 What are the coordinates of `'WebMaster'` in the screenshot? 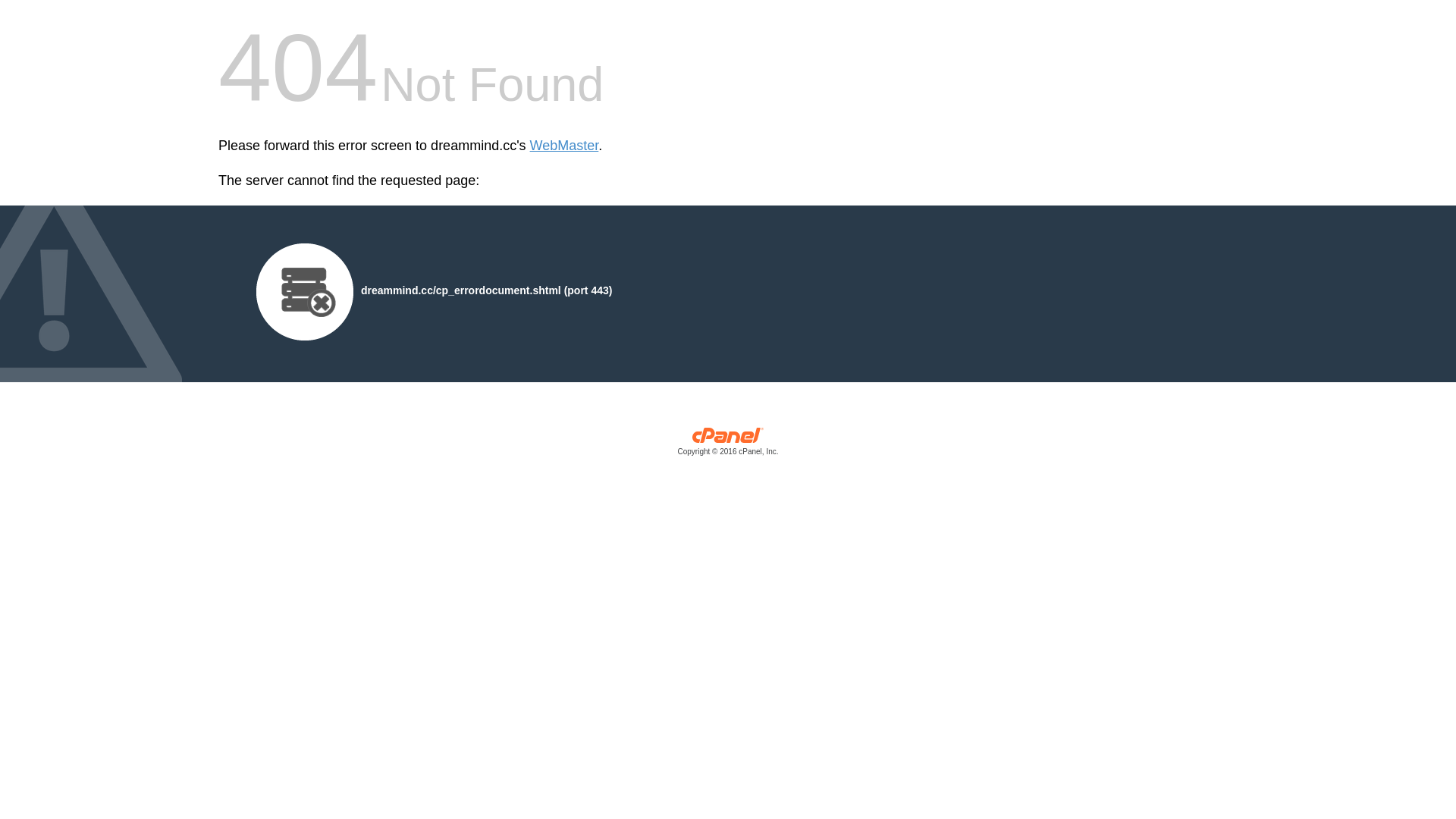 It's located at (563, 146).